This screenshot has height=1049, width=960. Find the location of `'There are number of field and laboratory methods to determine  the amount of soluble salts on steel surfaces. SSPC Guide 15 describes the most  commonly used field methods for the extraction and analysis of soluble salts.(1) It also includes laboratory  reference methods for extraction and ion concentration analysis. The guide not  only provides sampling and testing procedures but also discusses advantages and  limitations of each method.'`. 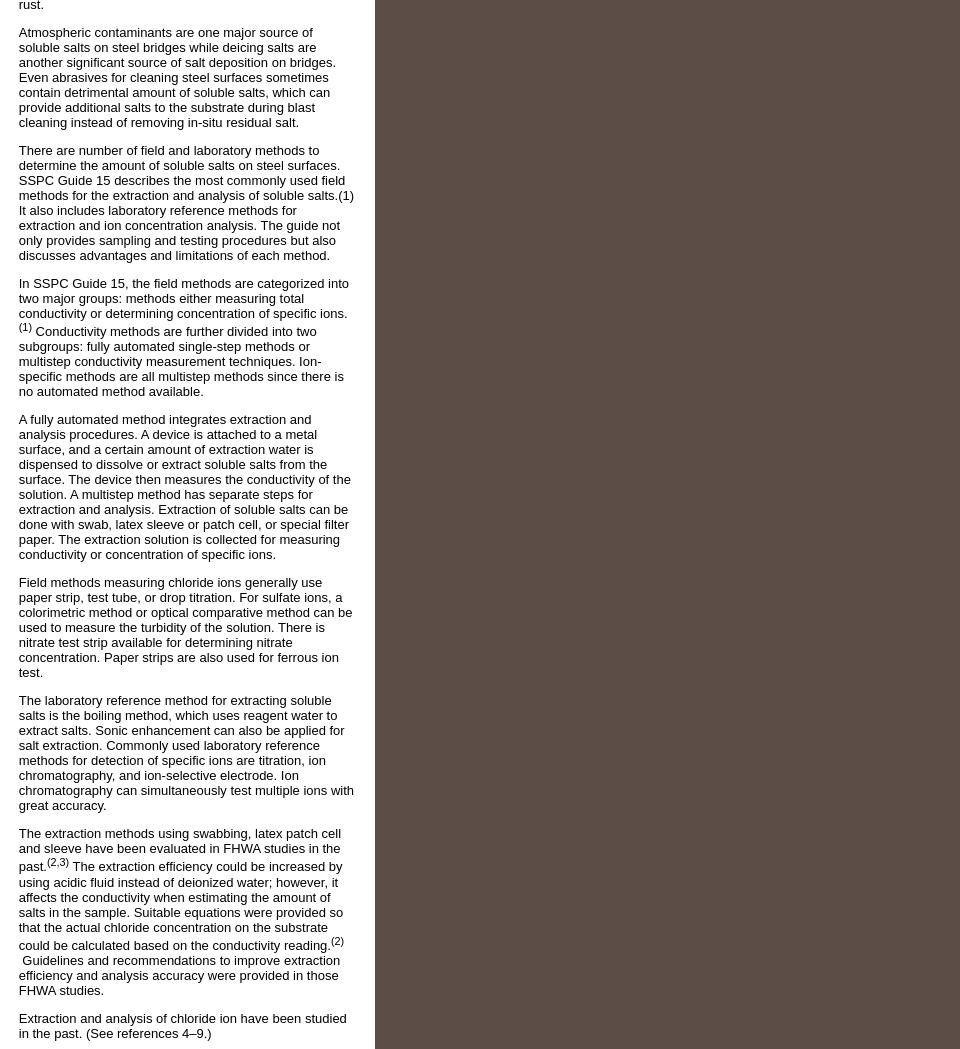

'There are number of field and laboratory methods to determine  the amount of soluble salts on steel surfaces. SSPC Guide 15 describes the most  commonly used field methods for the extraction and analysis of soluble salts.(1) It also includes laboratory  reference methods for extraction and ion concentration analysis. The guide not  only provides sampling and testing procedures but also discusses advantages and  limitations of each method.' is located at coordinates (186, 201).